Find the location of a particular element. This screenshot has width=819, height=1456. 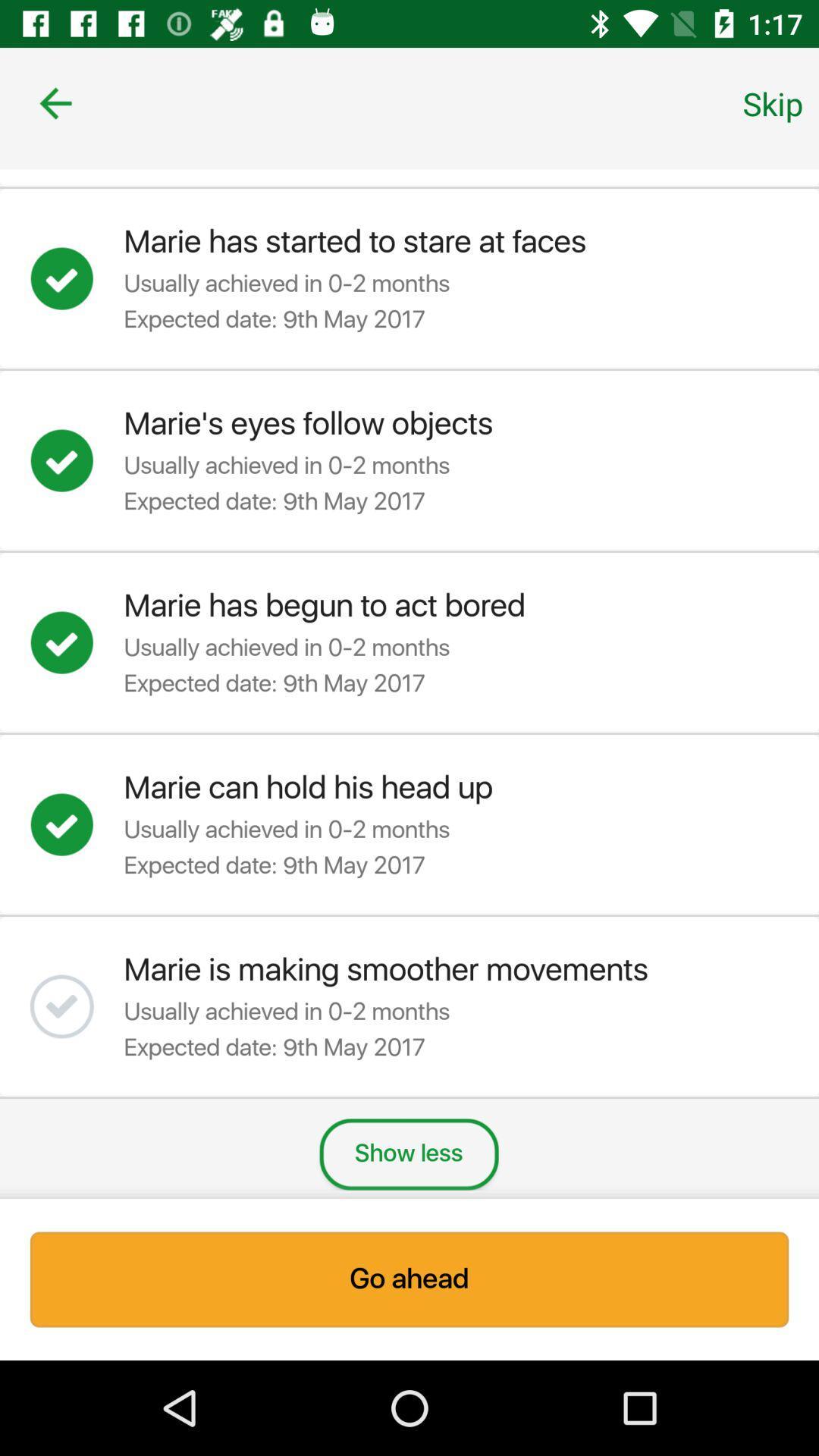

the icon to the left of skip item is located at coordinates (55, 102).